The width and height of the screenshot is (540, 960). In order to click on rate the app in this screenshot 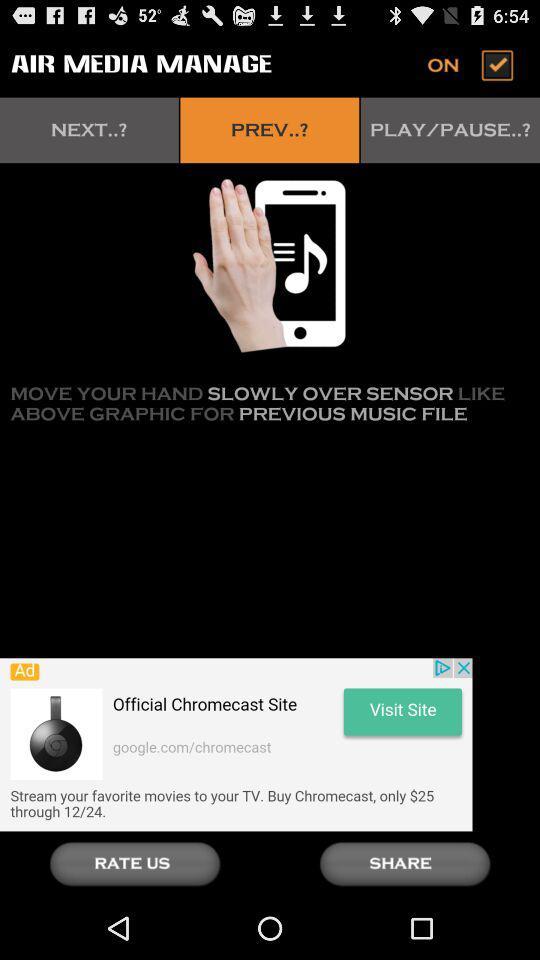, I will do `click(135, 863)`.